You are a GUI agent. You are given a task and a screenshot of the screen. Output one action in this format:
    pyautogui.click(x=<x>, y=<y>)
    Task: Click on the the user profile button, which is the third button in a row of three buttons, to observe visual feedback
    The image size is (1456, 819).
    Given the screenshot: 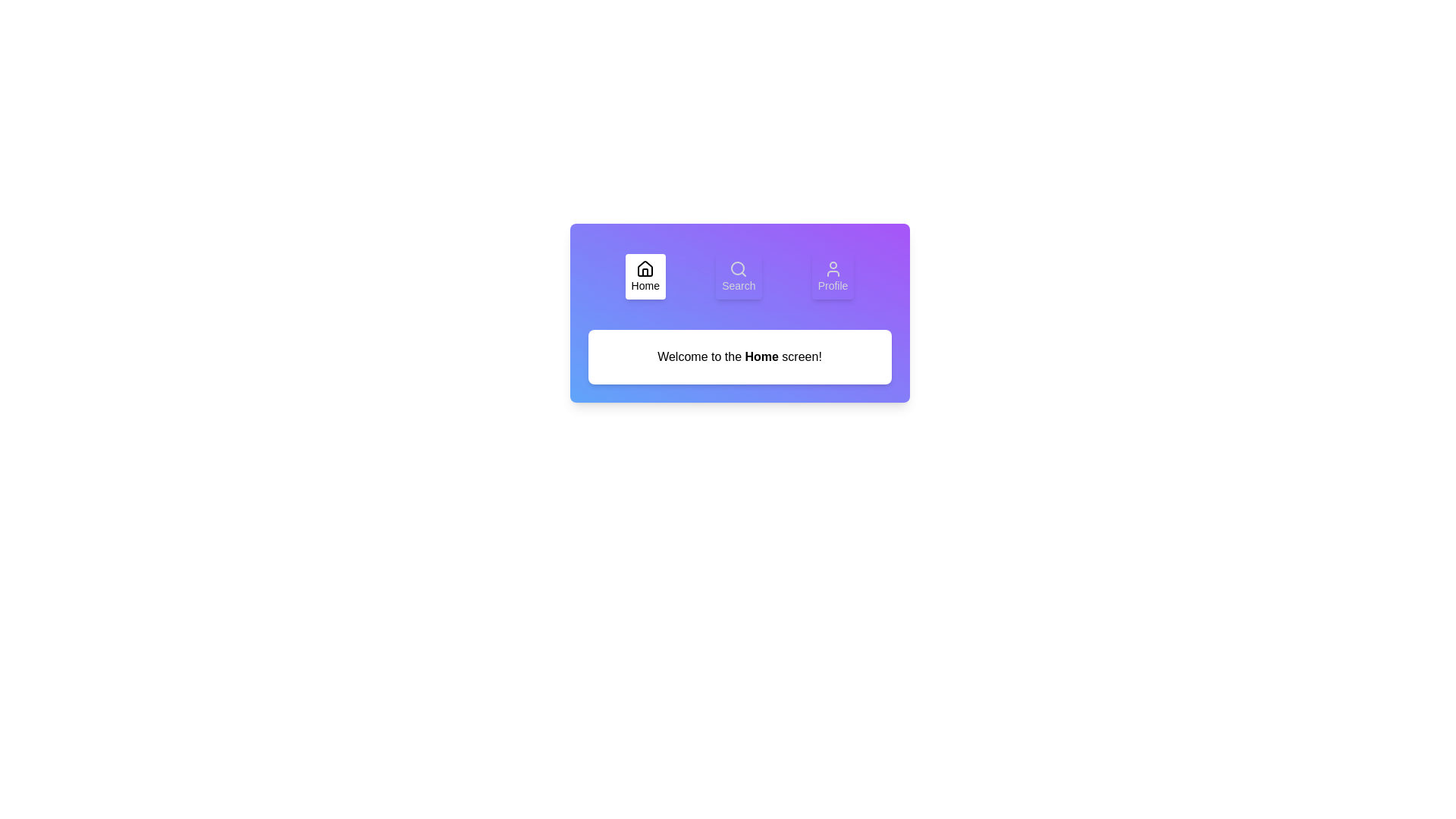 What is the action you would take?
    pyautogui.click(x=832, y=277)
    